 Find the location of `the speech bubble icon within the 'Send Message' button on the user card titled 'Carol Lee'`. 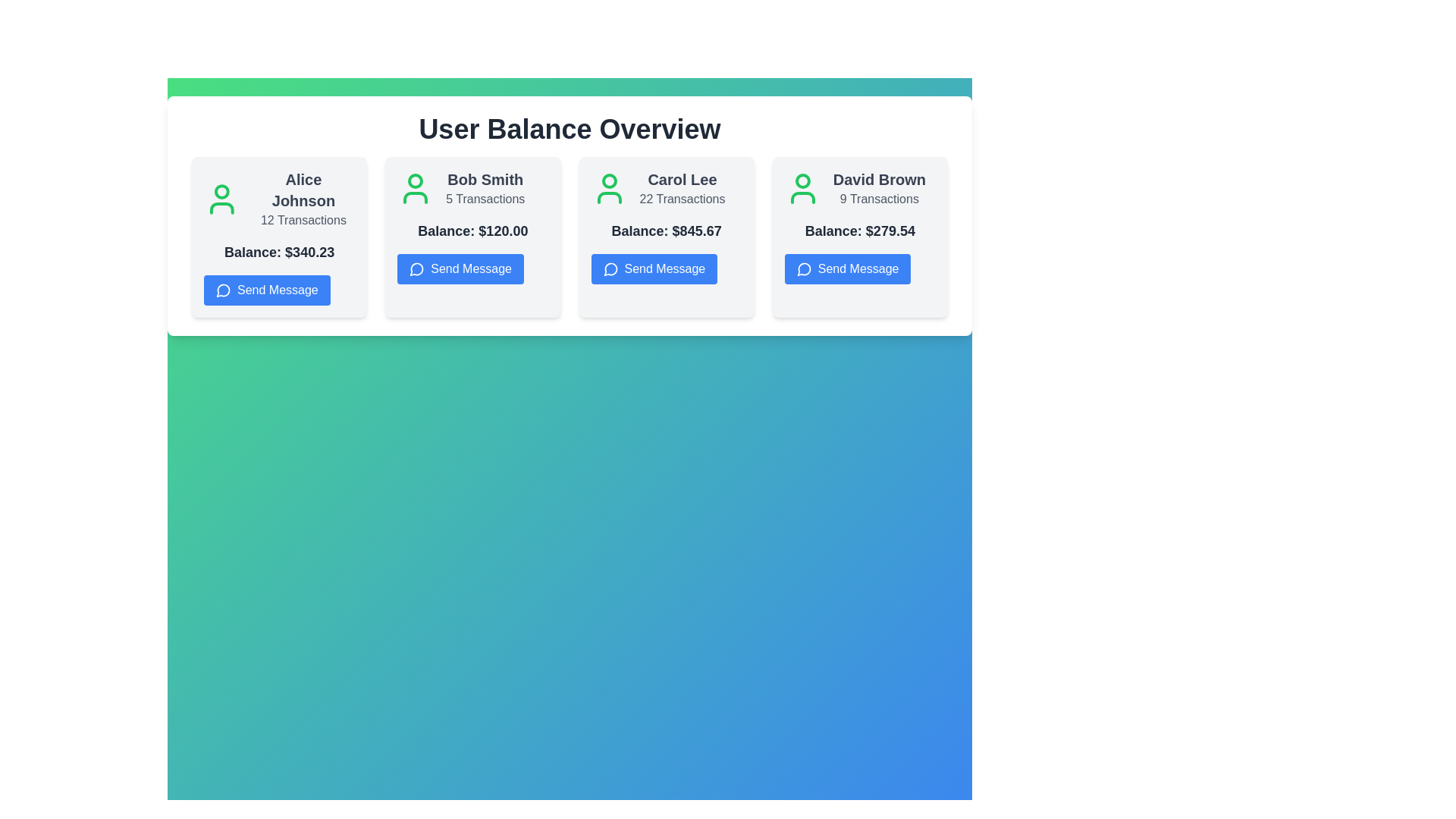

the speech bubble icon within the 'Send Message' button on the user card titled 'Carol Lee' is located at coordinates (610, 268).